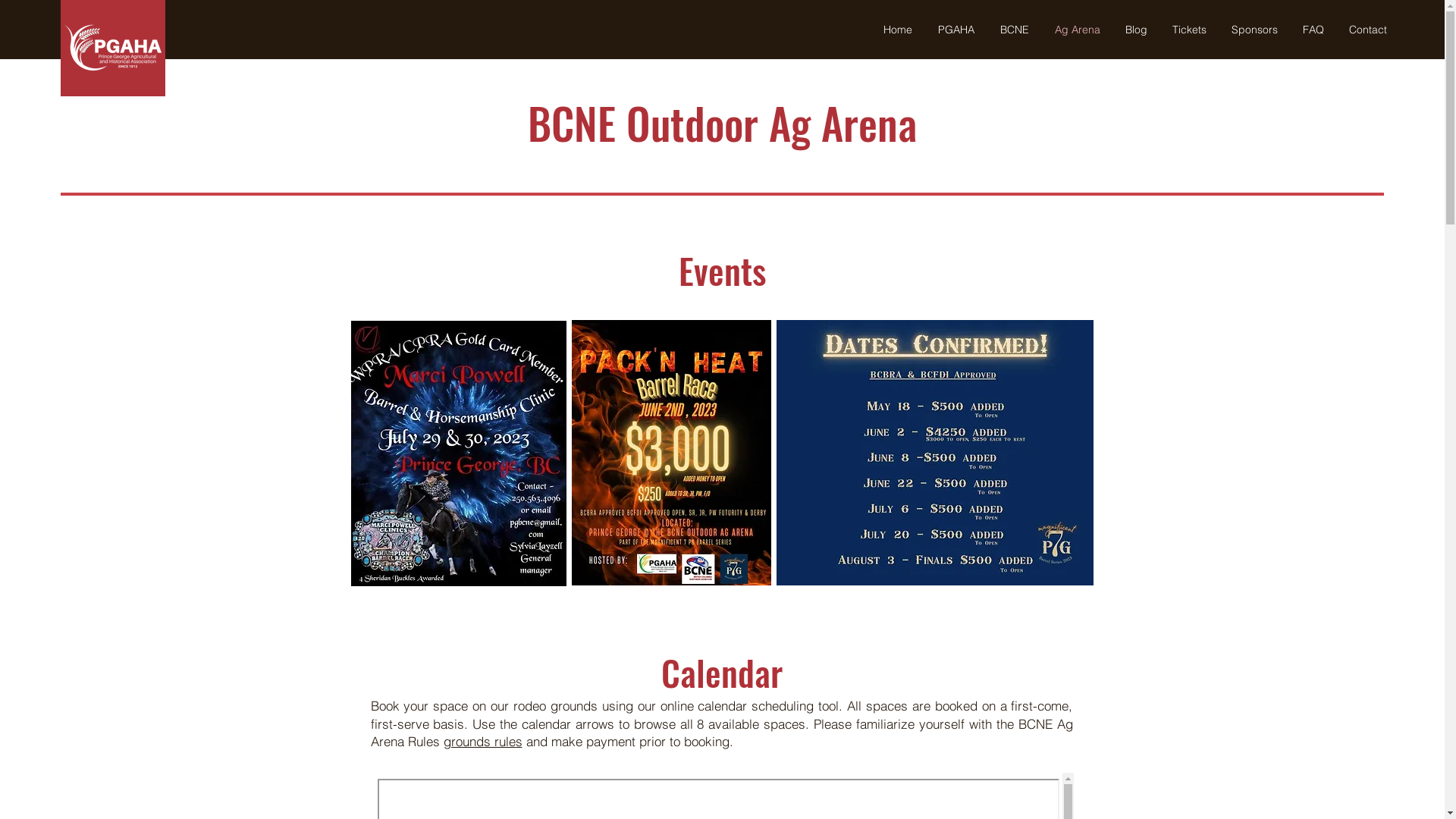  I want to click on 'packing heat.jpg', so click(670, 452).